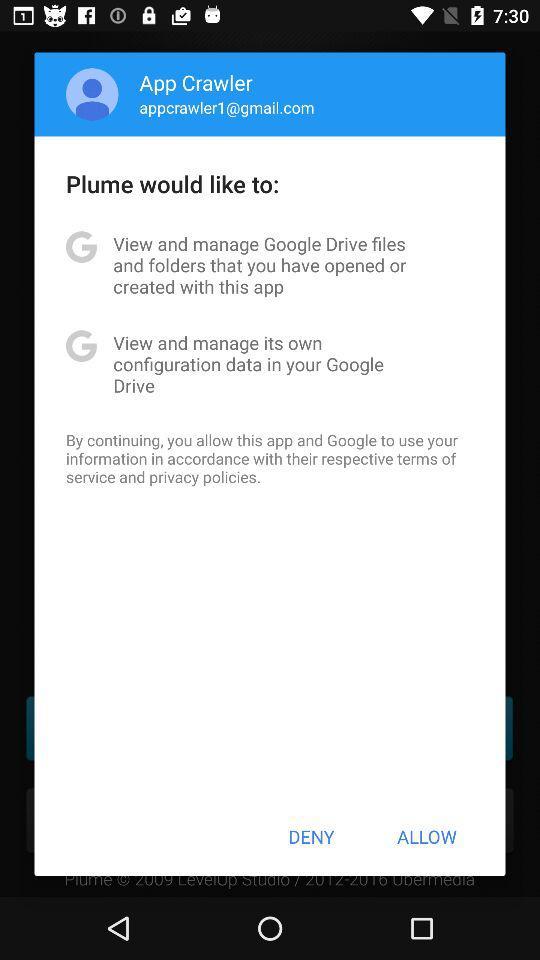 Image resolution: width=540 pixels, height=960 pixels. Describe the element at coordinates (196, 82) in the screenshot. I see `icon above the appcrawler1@gmail.com` at that location.